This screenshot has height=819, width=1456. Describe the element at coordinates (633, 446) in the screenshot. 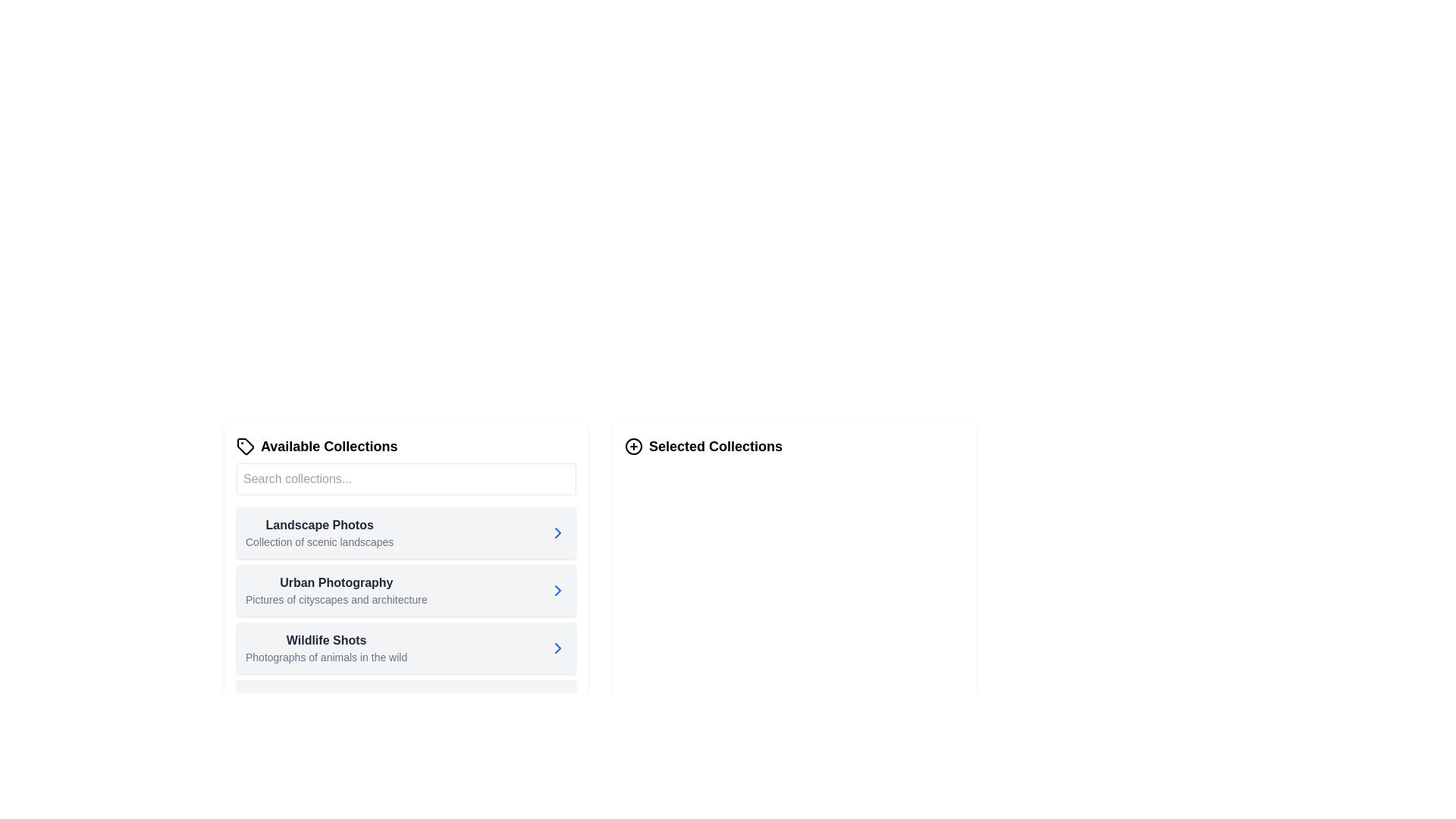

I see `the circular icon with a plus sign, located to the left of the text 'Selected Collections'` at that location.